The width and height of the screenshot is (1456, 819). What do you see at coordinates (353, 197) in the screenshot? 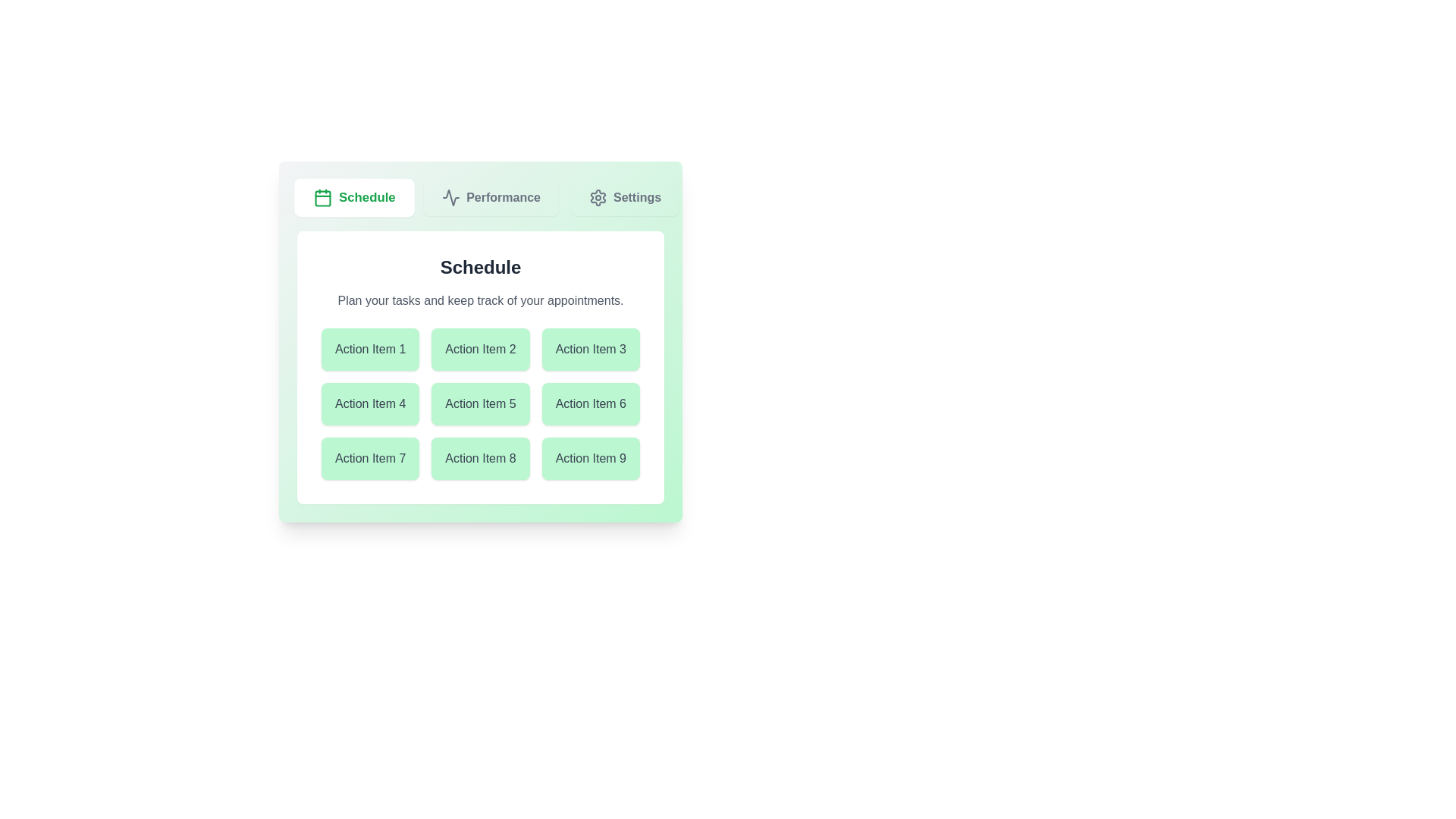
I see `the tab labeled Schedule to preview its hover effect` at bounding box center [353, 197].